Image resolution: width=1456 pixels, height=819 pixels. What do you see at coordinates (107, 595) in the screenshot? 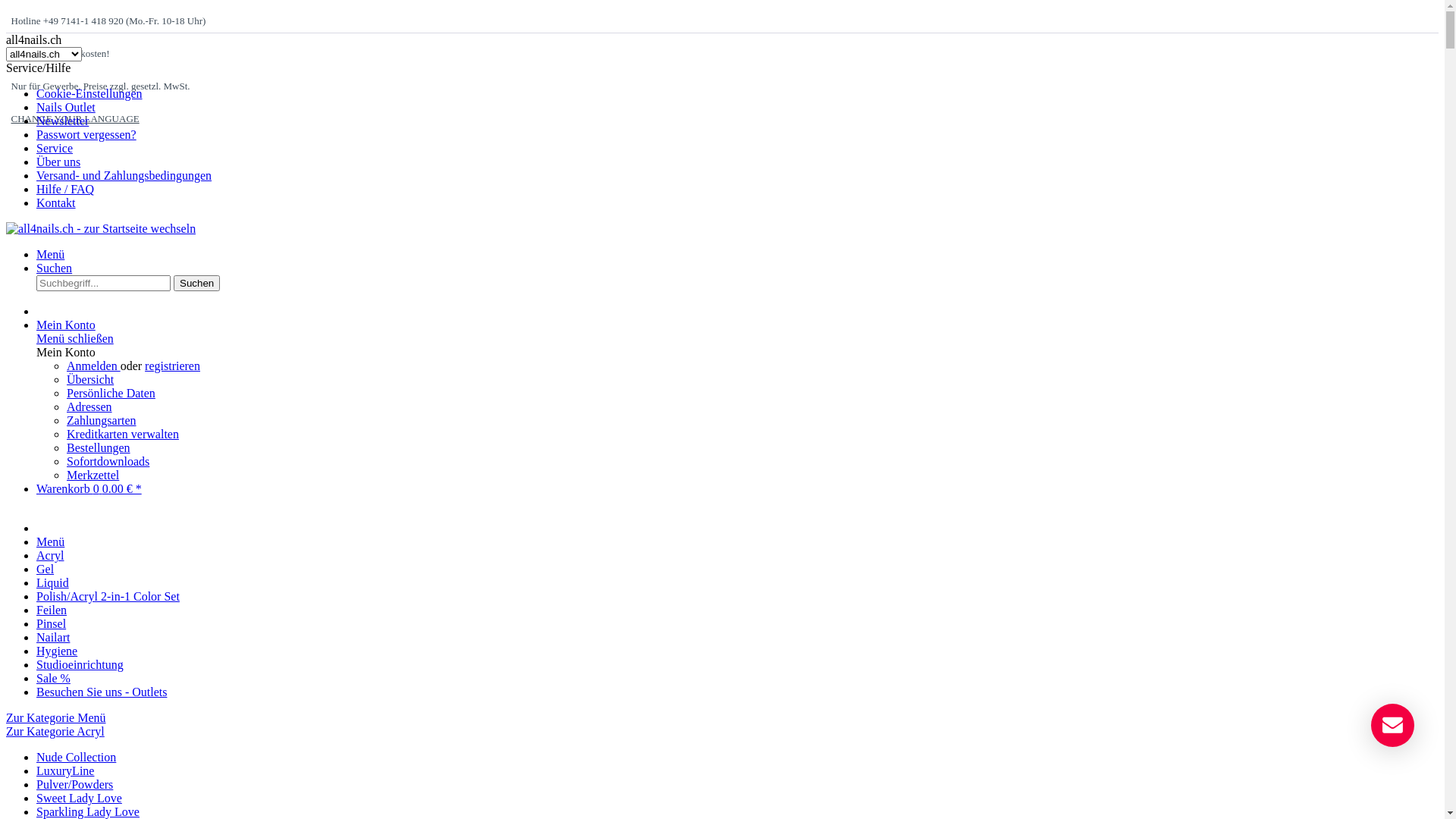
I see `'Polish/Acryl 2-in-1 Color Set'` at bounding box center [107, 595].